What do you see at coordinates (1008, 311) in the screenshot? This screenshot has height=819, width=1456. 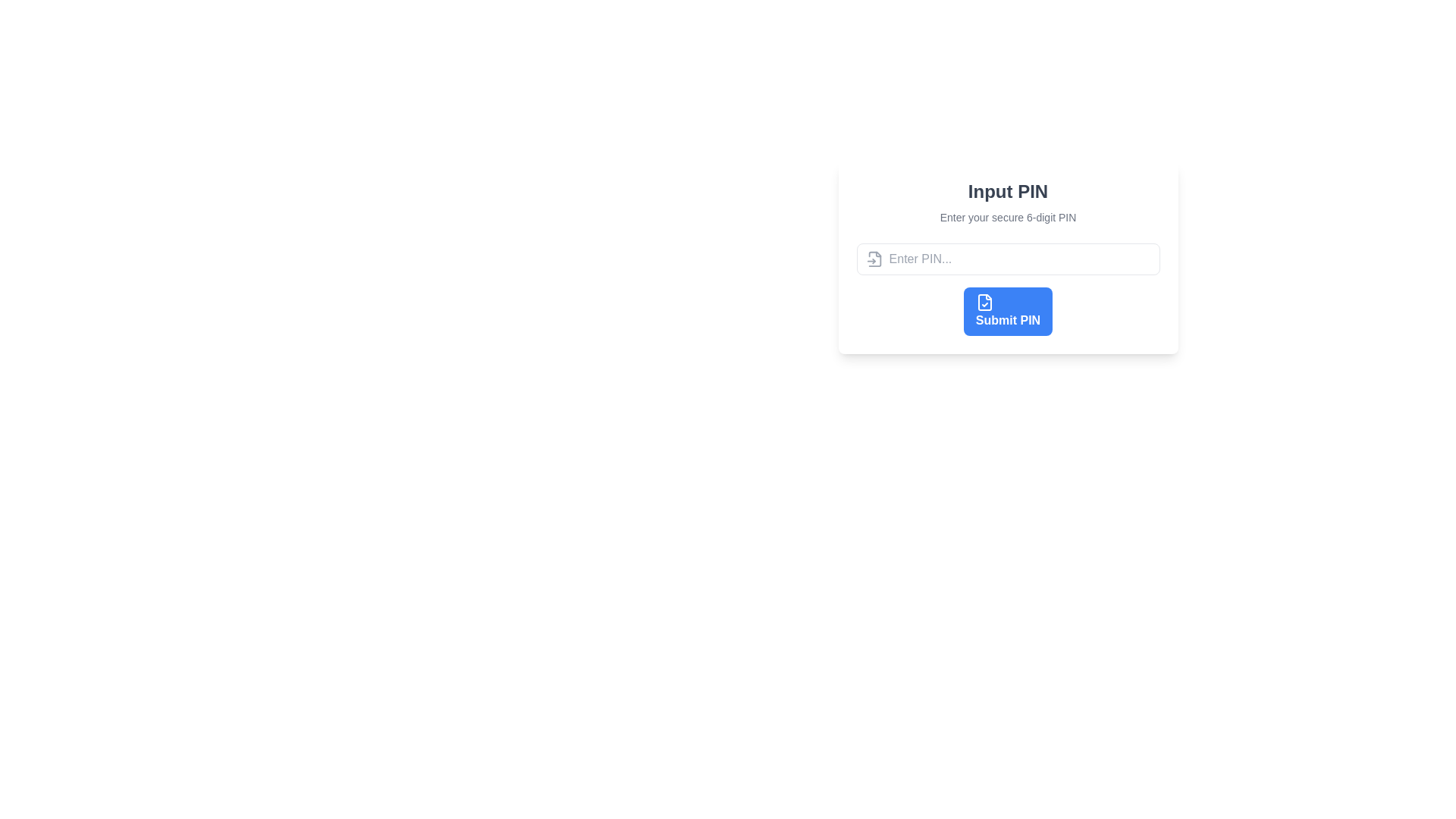 I see `the 'Submit PIN' button which has a blue background and white text` at bounding box center [1008, 311].